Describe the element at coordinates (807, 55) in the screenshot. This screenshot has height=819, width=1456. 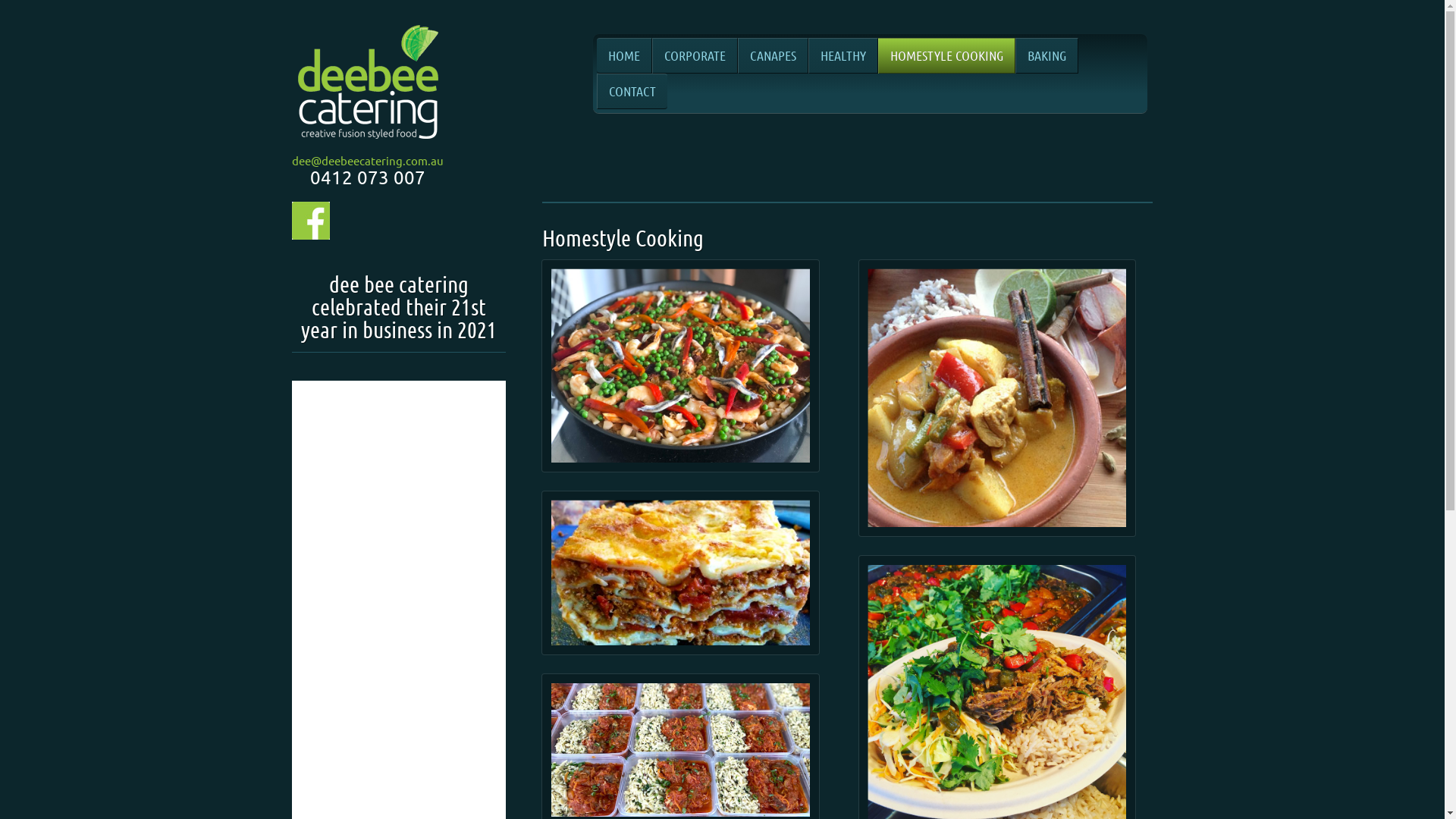
I see `'HEALTHY'` at that location.